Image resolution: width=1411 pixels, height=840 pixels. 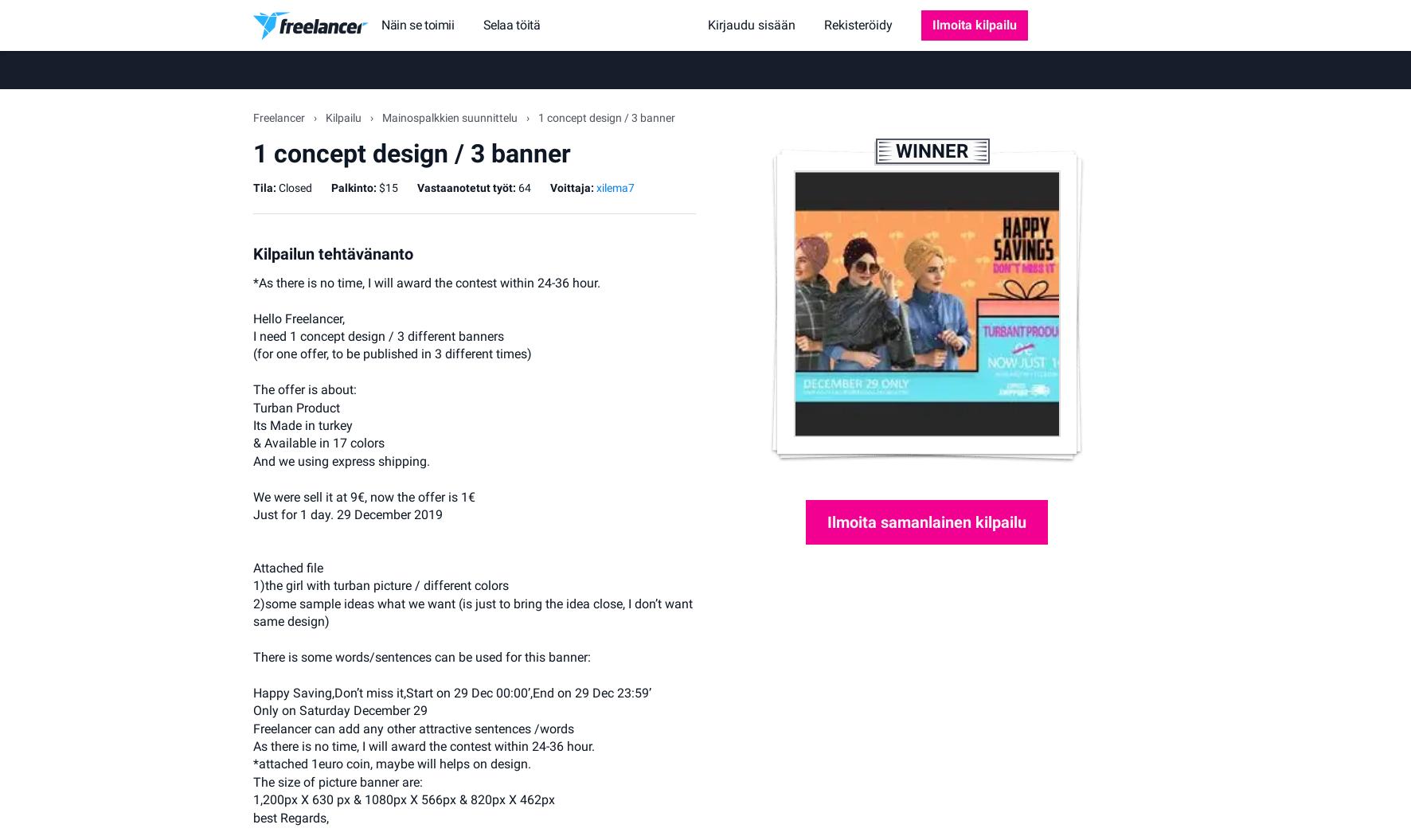 I want to click on 'The offer is about:', so click(x=252, y=389).